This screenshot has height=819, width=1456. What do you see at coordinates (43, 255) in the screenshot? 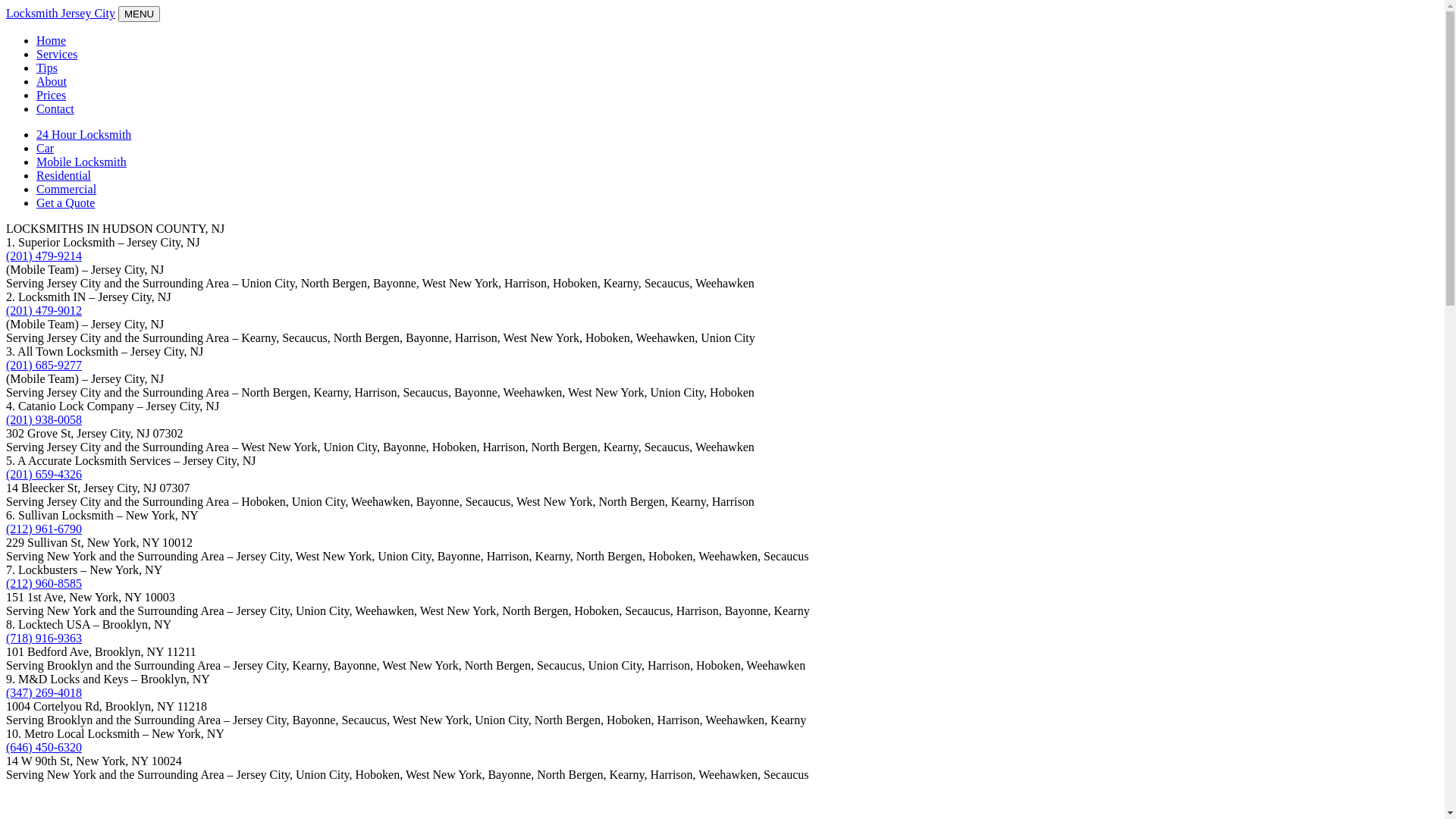
I see `'(201) 479-9214'` at bounding box center [43, 255].